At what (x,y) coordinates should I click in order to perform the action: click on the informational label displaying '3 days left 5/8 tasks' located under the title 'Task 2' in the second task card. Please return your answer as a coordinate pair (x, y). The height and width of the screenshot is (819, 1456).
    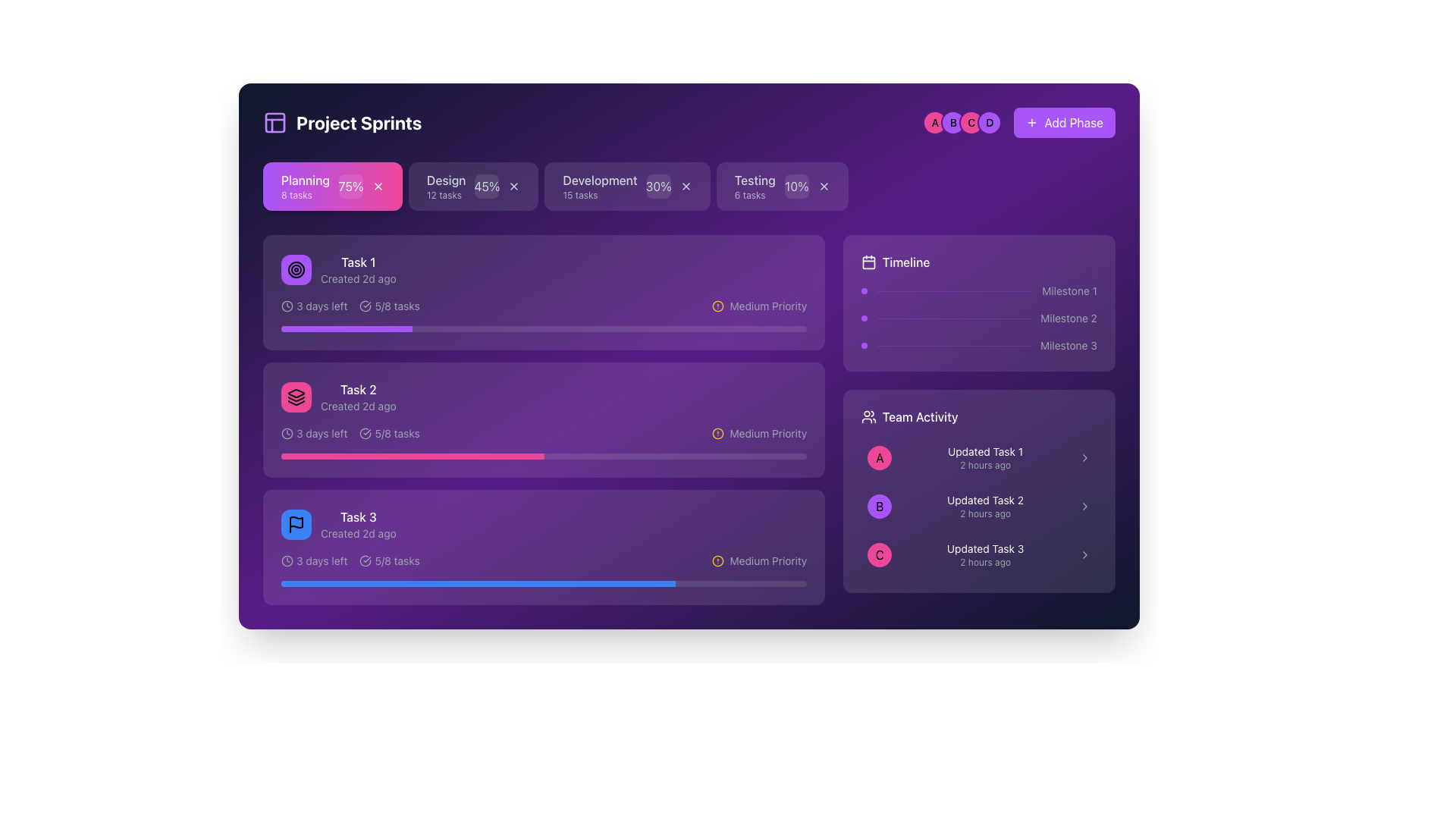
    Looking at the image, I should click on (350, 433).